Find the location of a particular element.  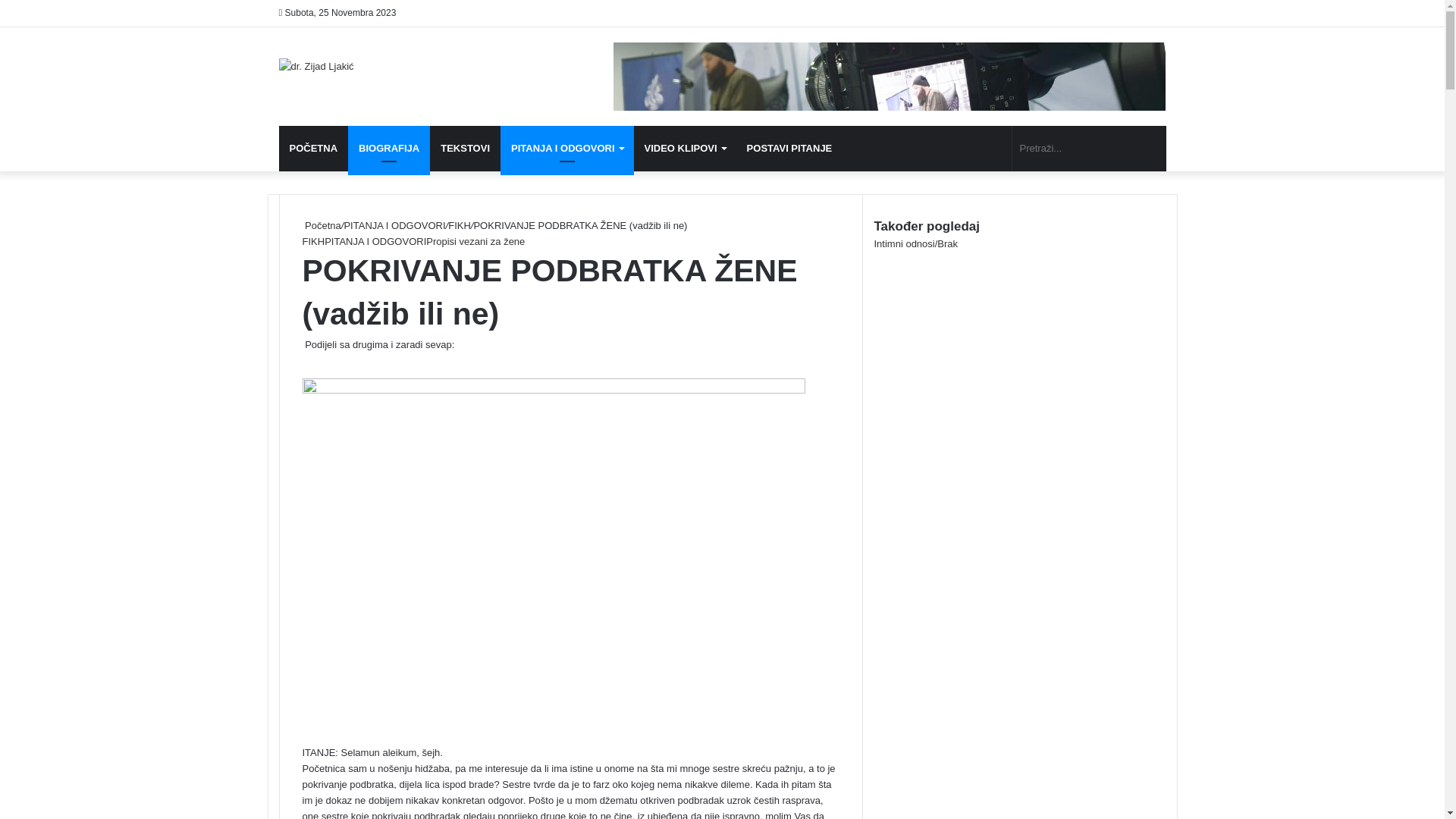

'Facebook' is located at coordinates (303, 360).